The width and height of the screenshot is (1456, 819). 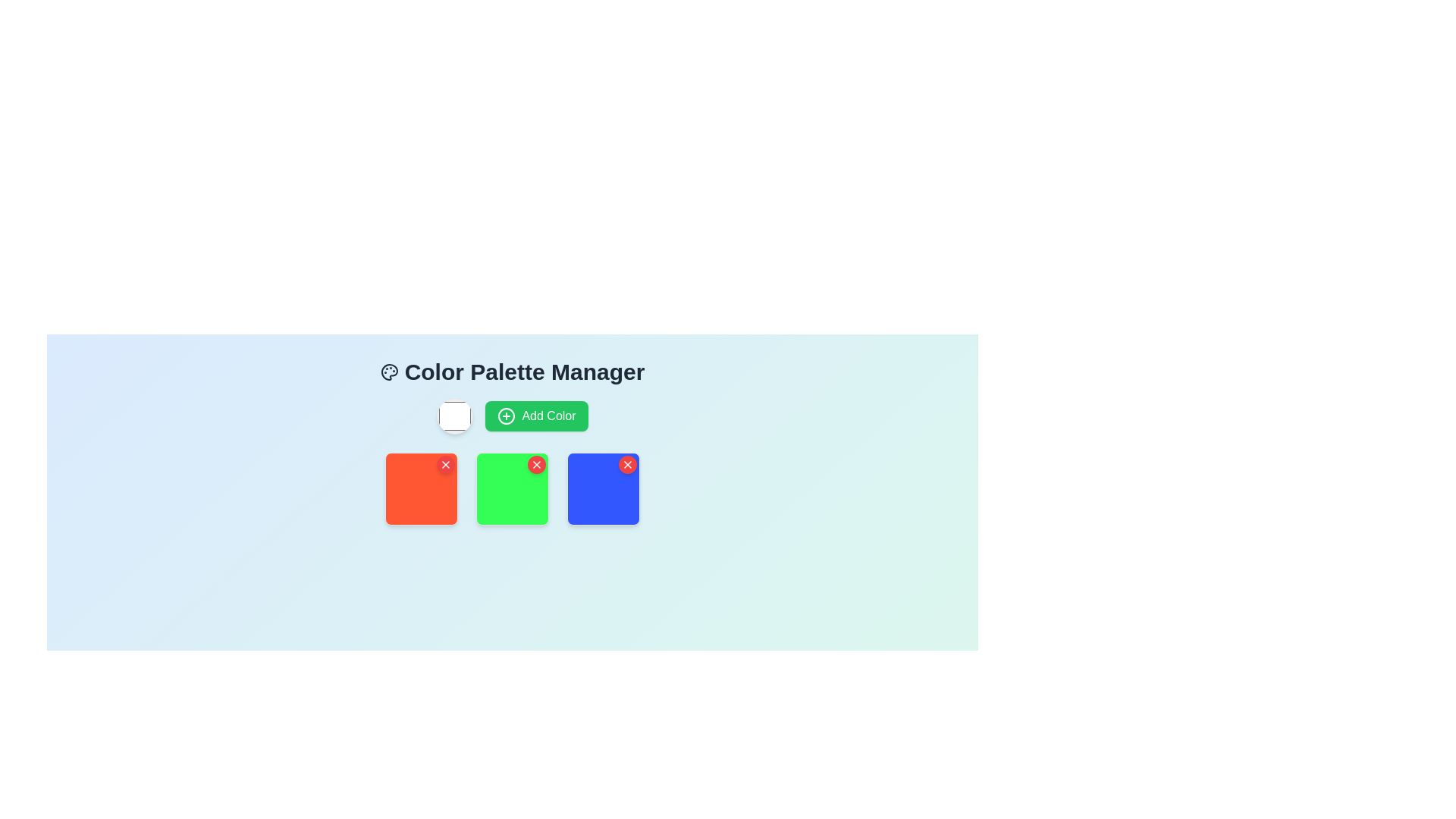 I want to click on the green 'Add Color' button with rounded edges, labeled in white text, so click(x=537, y=416).